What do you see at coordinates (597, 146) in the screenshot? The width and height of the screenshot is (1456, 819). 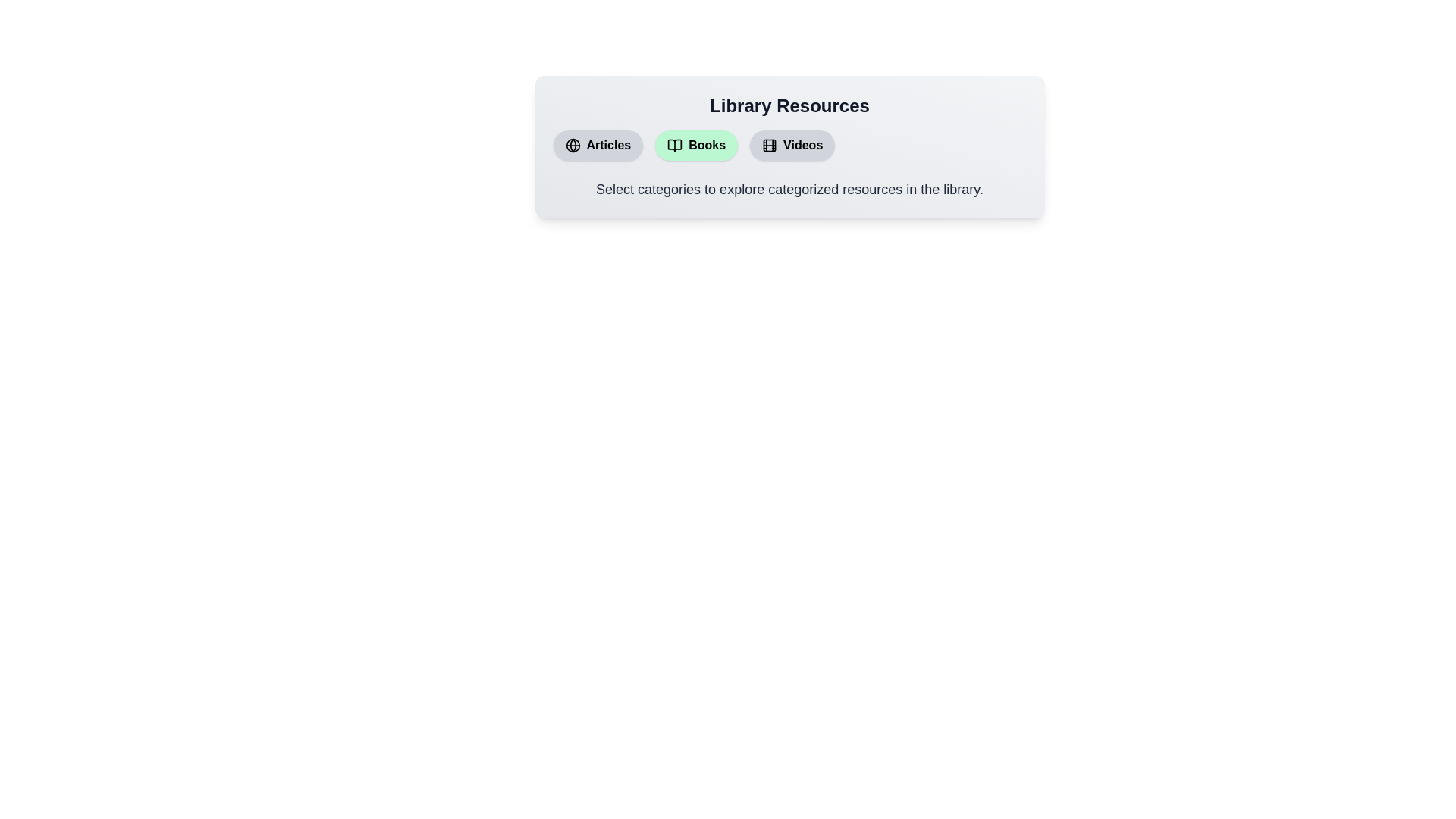 I see `the 'Articles' button to toggle its active state` at bounding box center [597, 146].